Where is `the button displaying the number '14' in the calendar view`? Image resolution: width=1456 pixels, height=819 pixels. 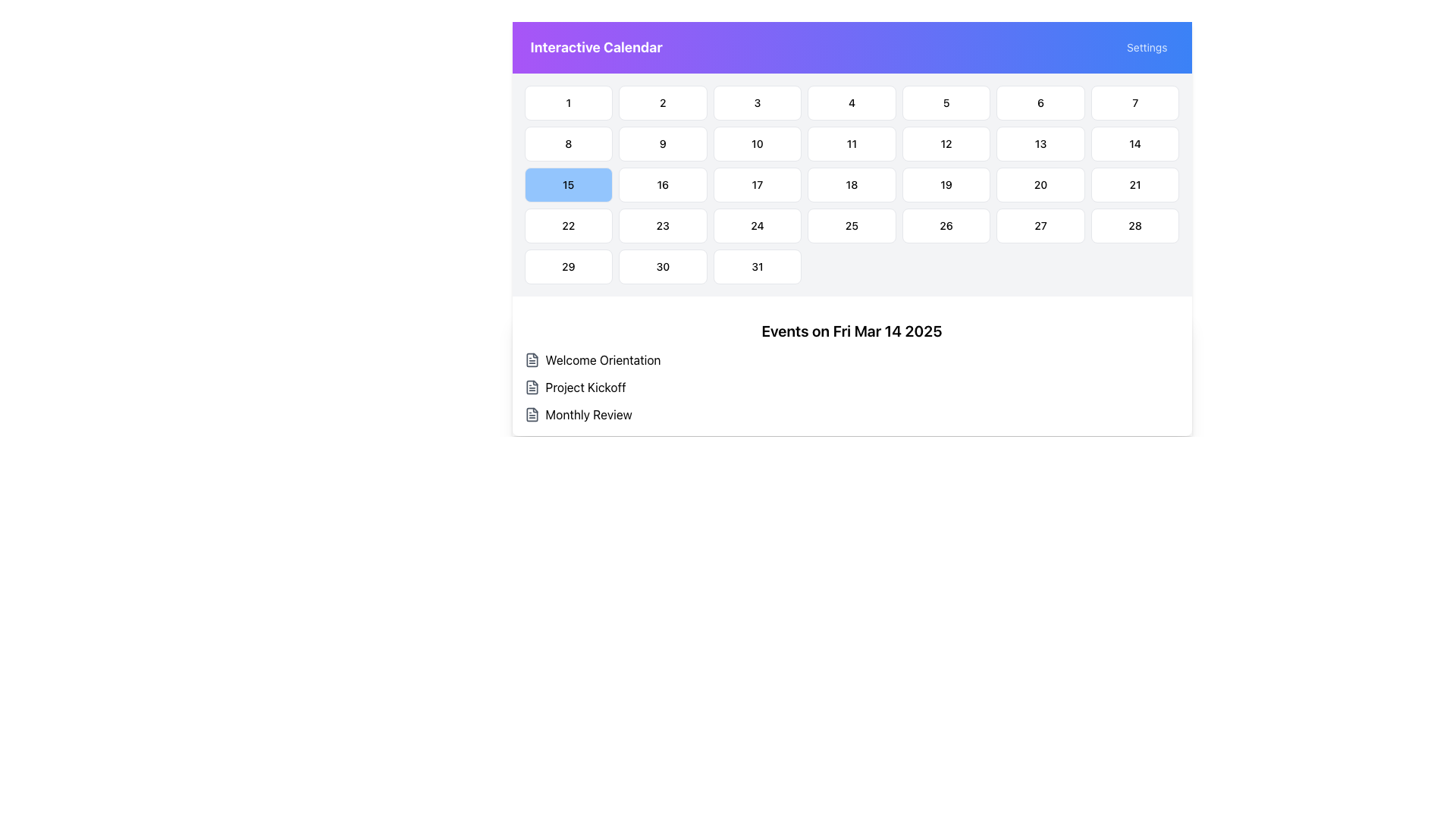 the button displaying the number '14' in the calendar view is located at coordinates (1135, 143).